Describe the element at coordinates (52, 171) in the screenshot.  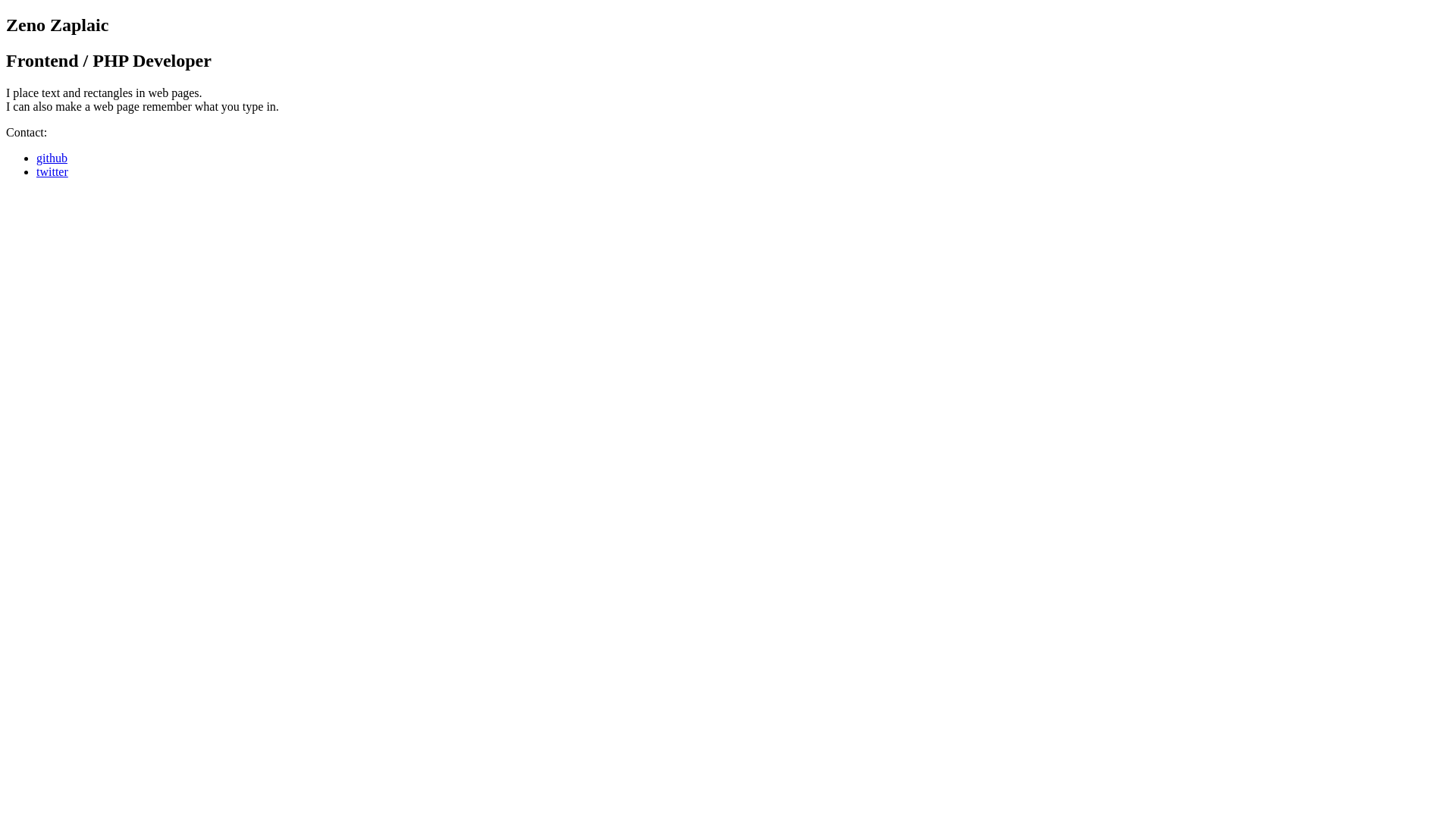
I see `'twitter'` at that location.